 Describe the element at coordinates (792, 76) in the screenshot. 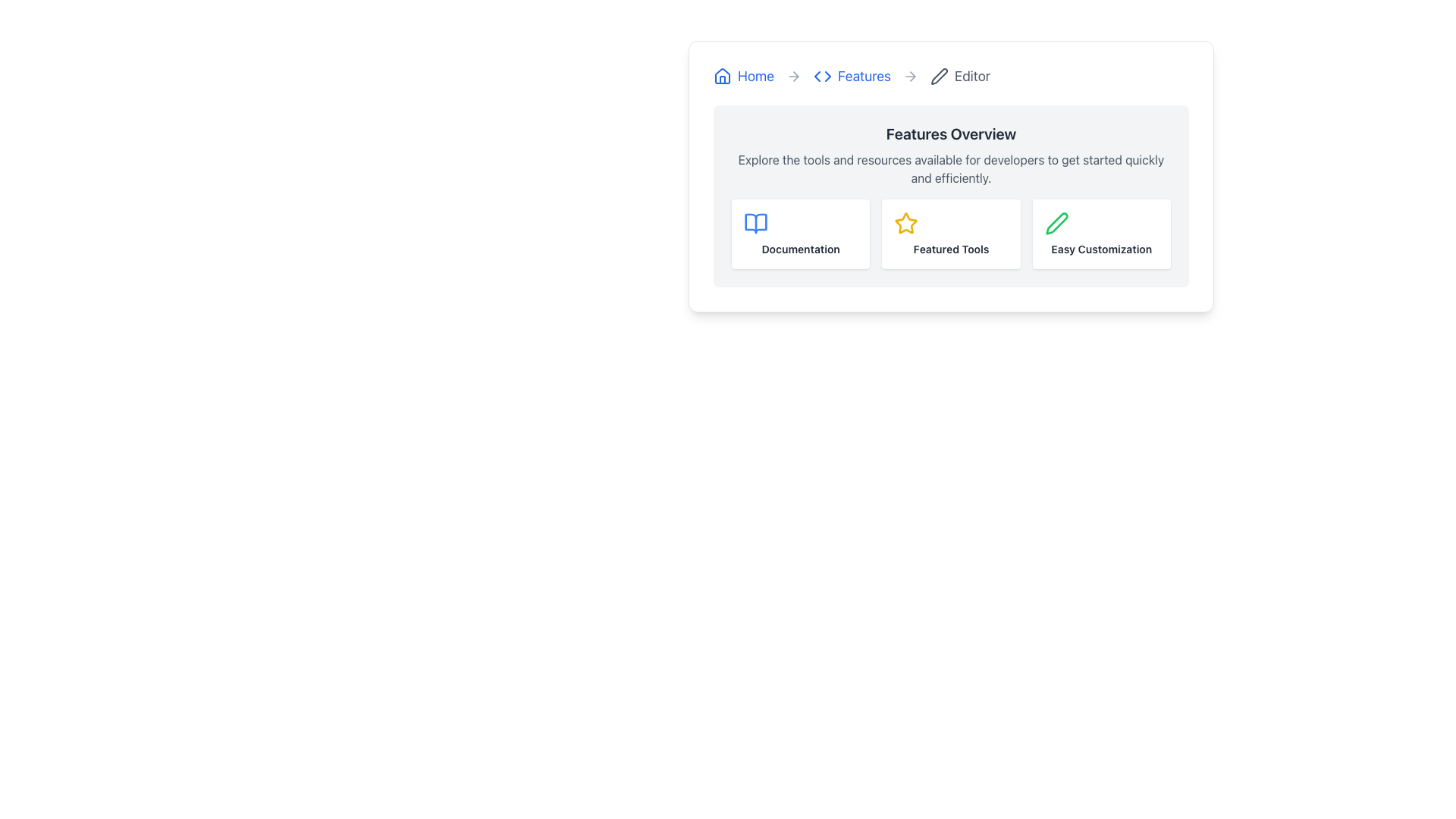

I see `the right-pointing arrow-shaped icon in the breadcrumb navigation bar` at that location.